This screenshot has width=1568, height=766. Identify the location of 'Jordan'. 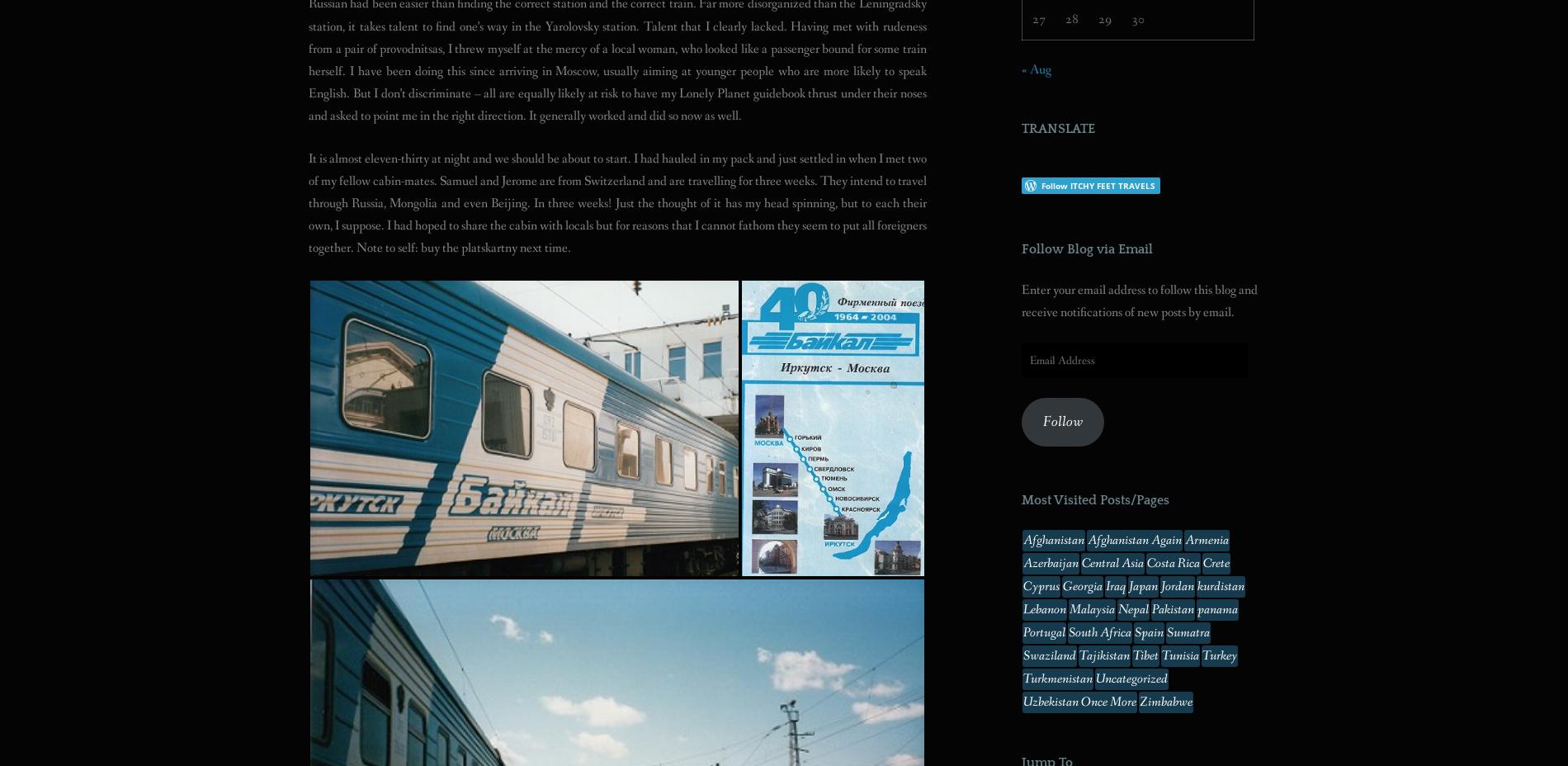
(1178, 585).